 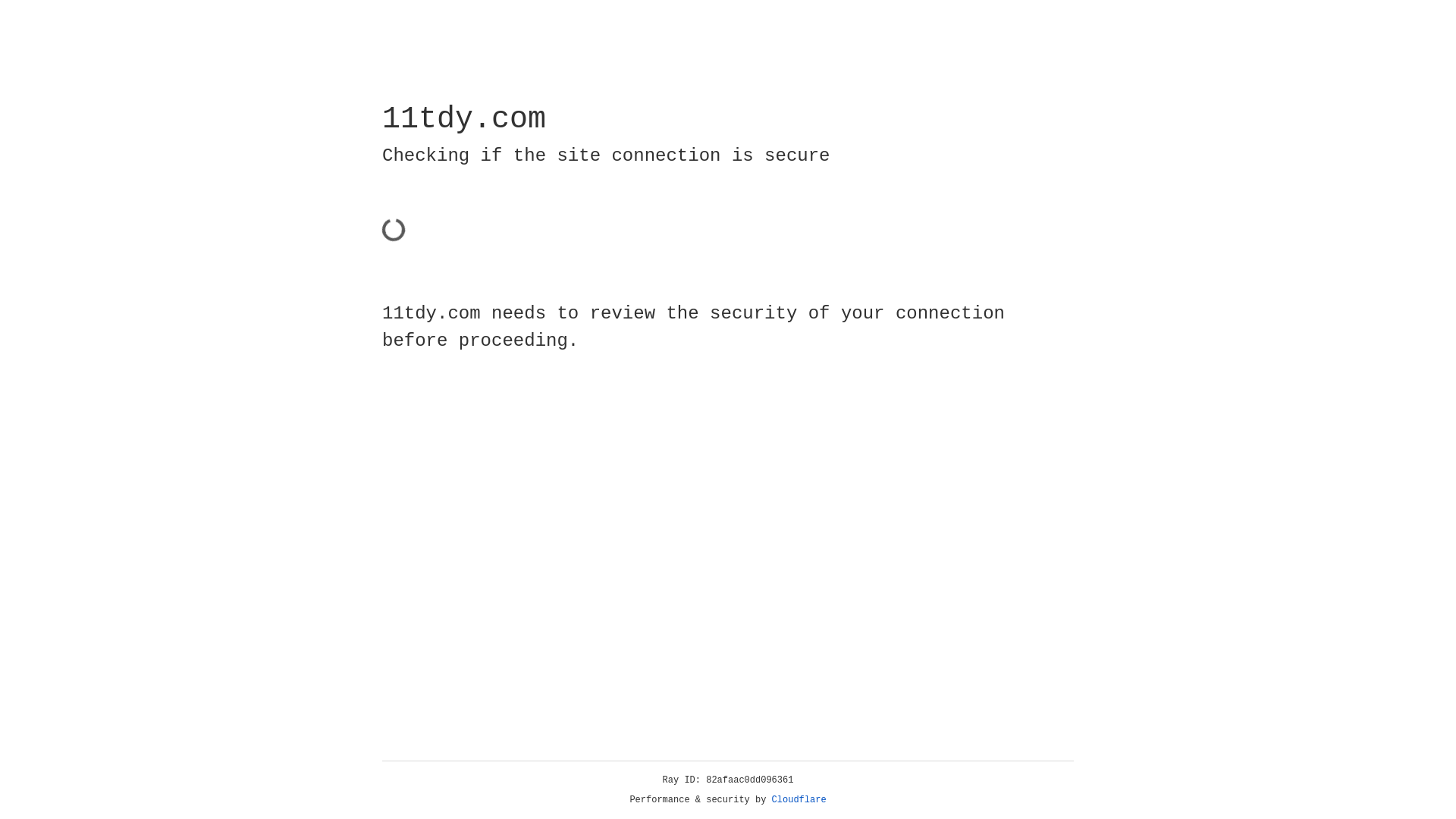 What do you see at coordinates (799, 799) in the screenshot?
I see `'Cloudflare'` at bounding box center [799, 799].